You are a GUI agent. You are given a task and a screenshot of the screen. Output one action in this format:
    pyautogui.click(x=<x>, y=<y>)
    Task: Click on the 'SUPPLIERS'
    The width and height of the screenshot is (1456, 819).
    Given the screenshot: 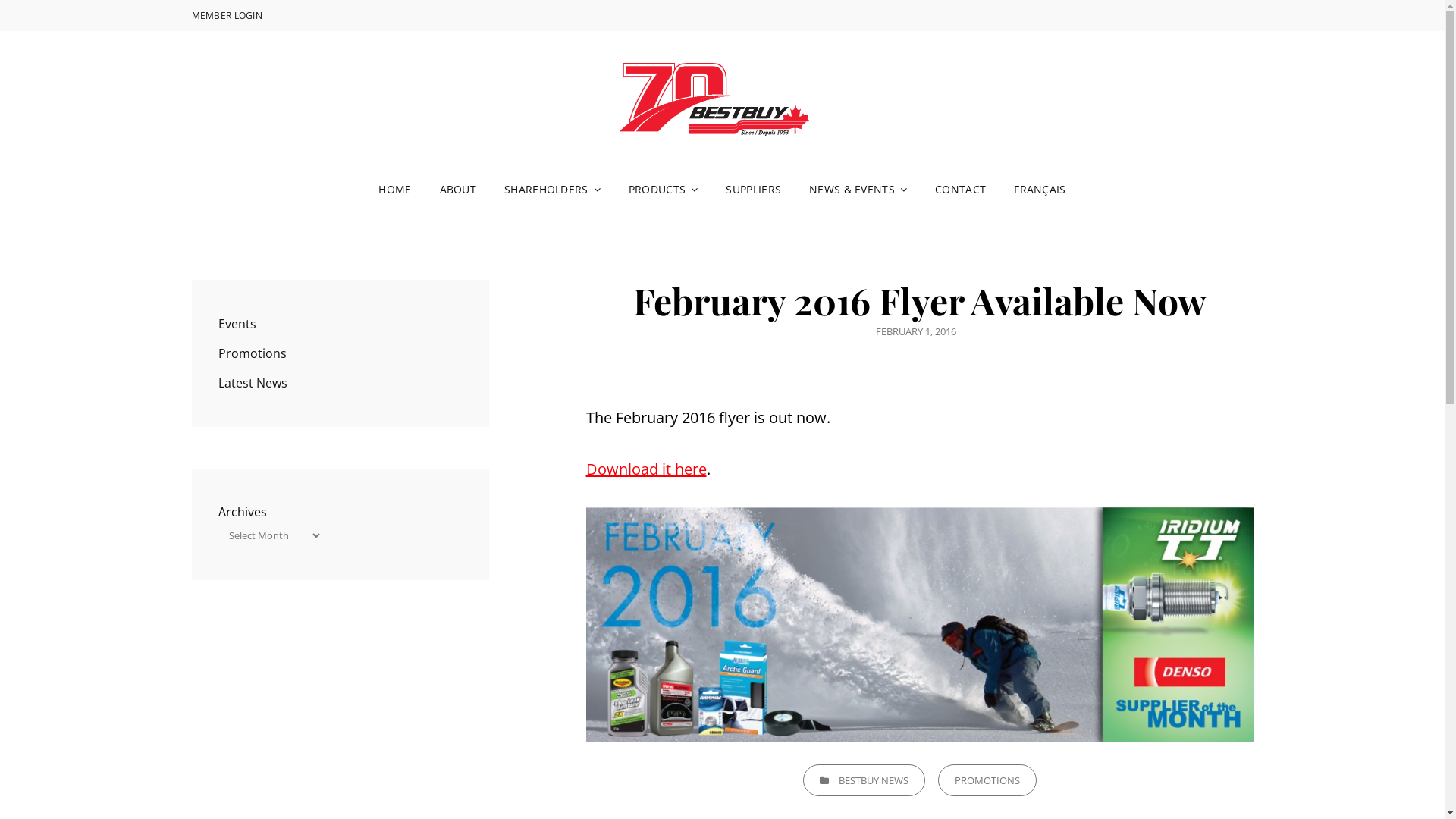 What is the action you would take?
    pyautogui.click(x=753, y=189)
    